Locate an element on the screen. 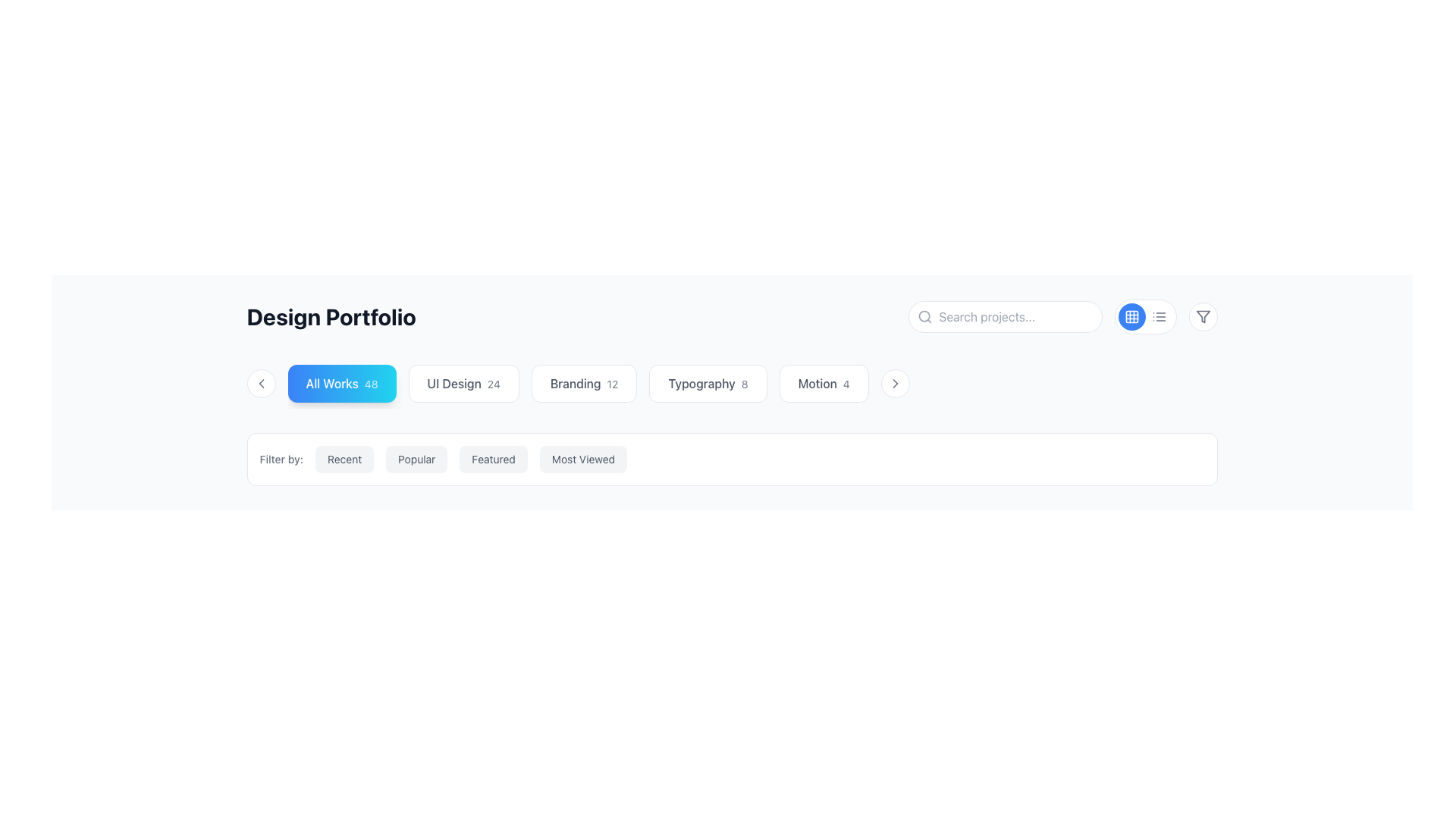 This screenshot has width=1456, height=819. the prominent triangular-shaped filter icon located in the upper-right section of the interface is located at coordinates (1202, 315).